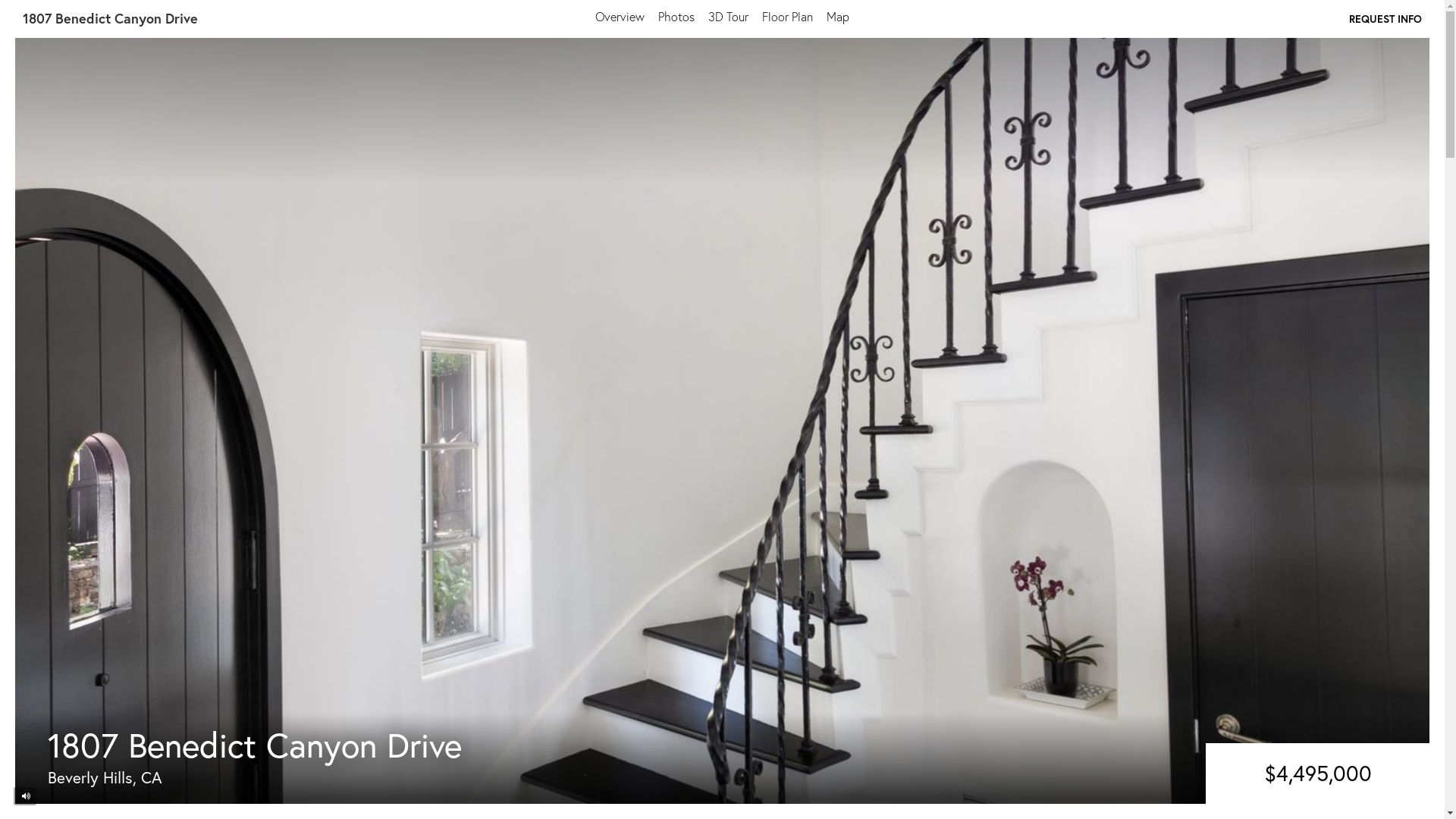 Image resolution: width=1456 pixels, height=819 pixels. Describe the element at coordinates (708, 16) in the screenshot. I see `'3D Tour'` at that location.